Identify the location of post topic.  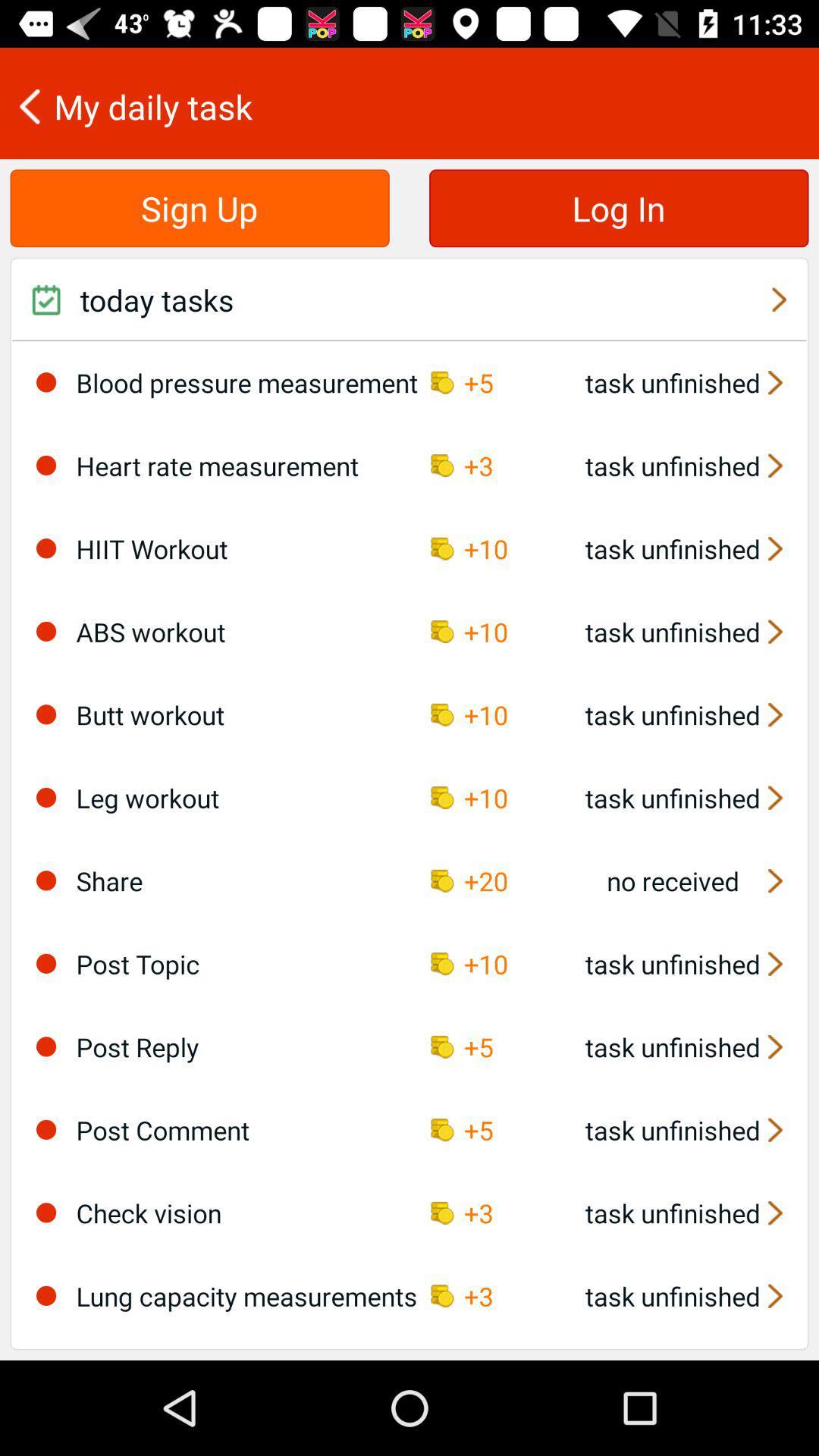
(45, 962).